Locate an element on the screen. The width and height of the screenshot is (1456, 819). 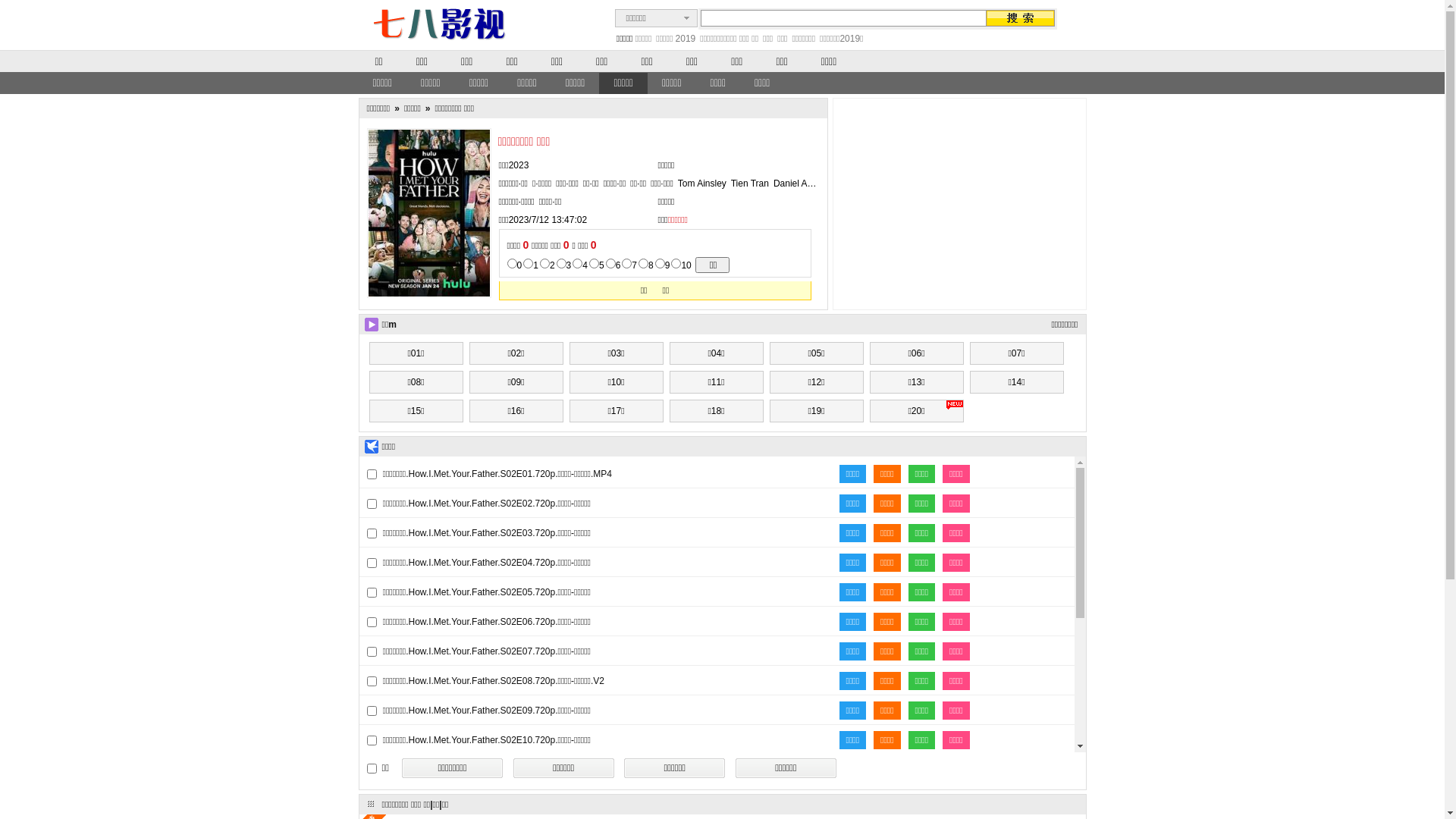
'Tom Ainsley' is located at coordinates (701, 183).